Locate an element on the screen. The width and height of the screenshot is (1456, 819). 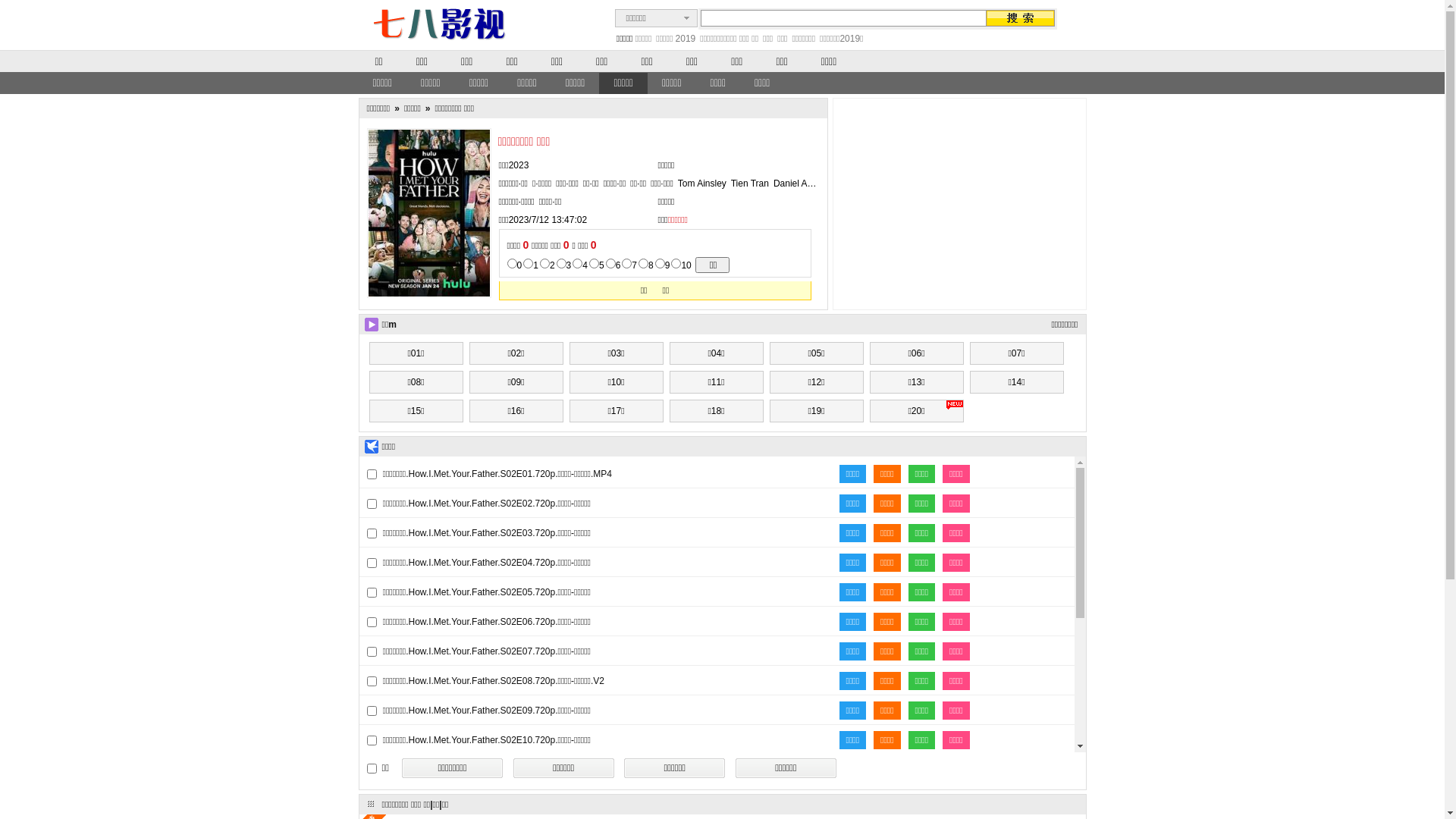
'Tom Ainsley' is located at coordinates (701, 183).